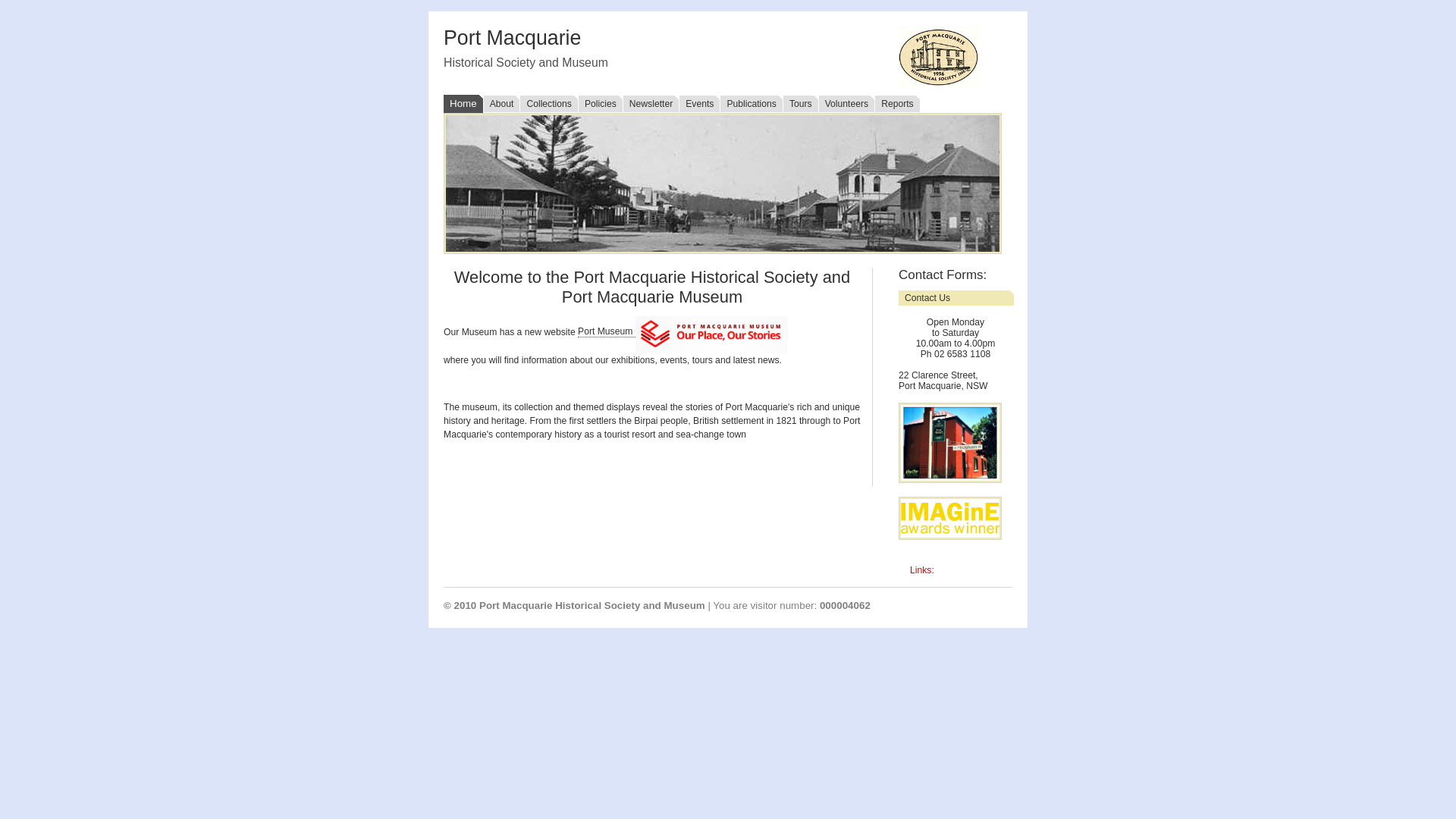 The width and height of the screenshot is (1456, 819). What do you see at coordinates (751, 103) in the screenshot?
I see `'Publications'` at bounding box center [751, 103].